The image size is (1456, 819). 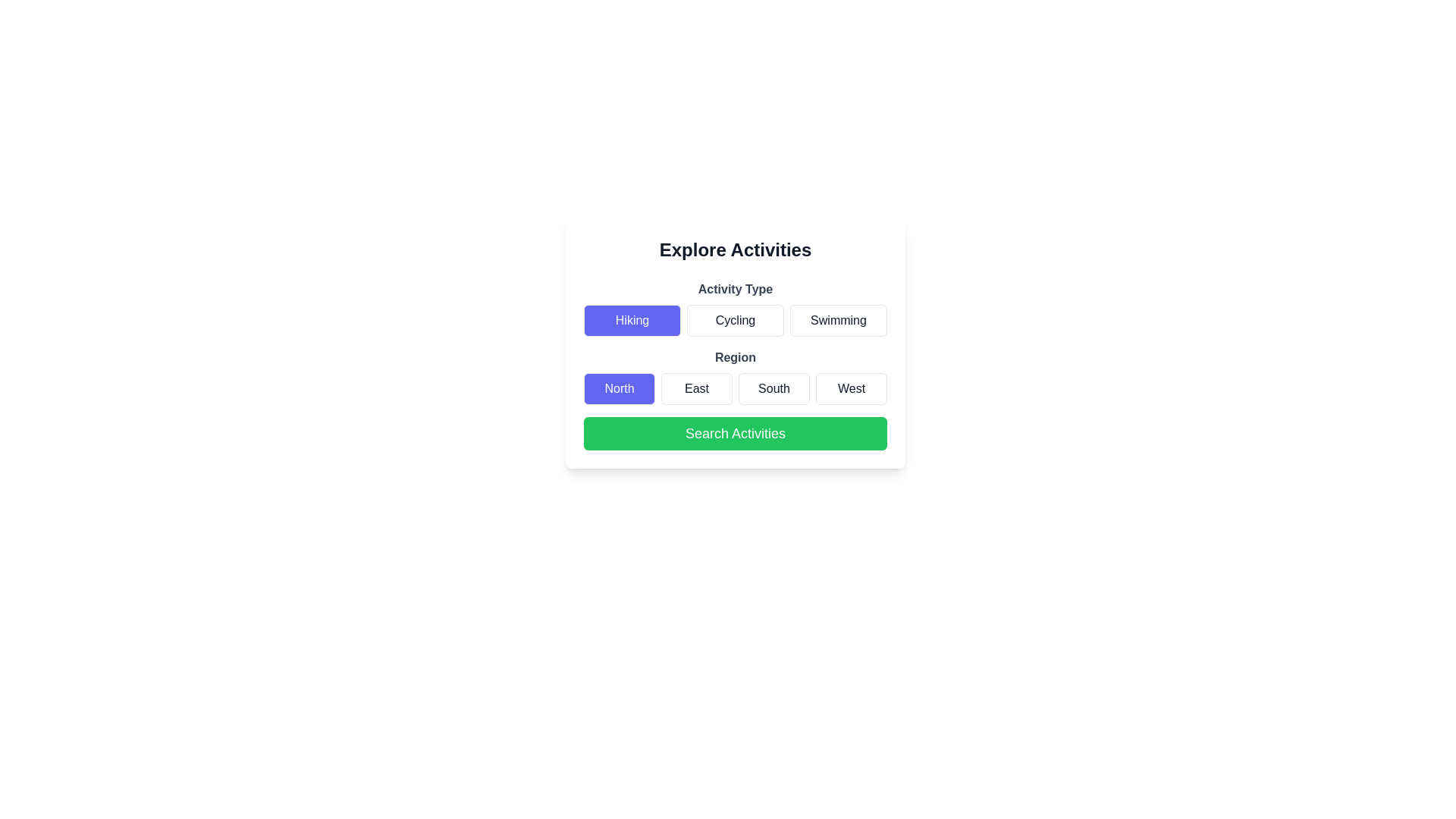 What do you see at coordinates (735, 308) in the screenshot?
I see `the label under the header 'Activity Type' that displays the options 'Hiking', 'Cycling', and 'Swimming'` at bounding box center [735, 308].